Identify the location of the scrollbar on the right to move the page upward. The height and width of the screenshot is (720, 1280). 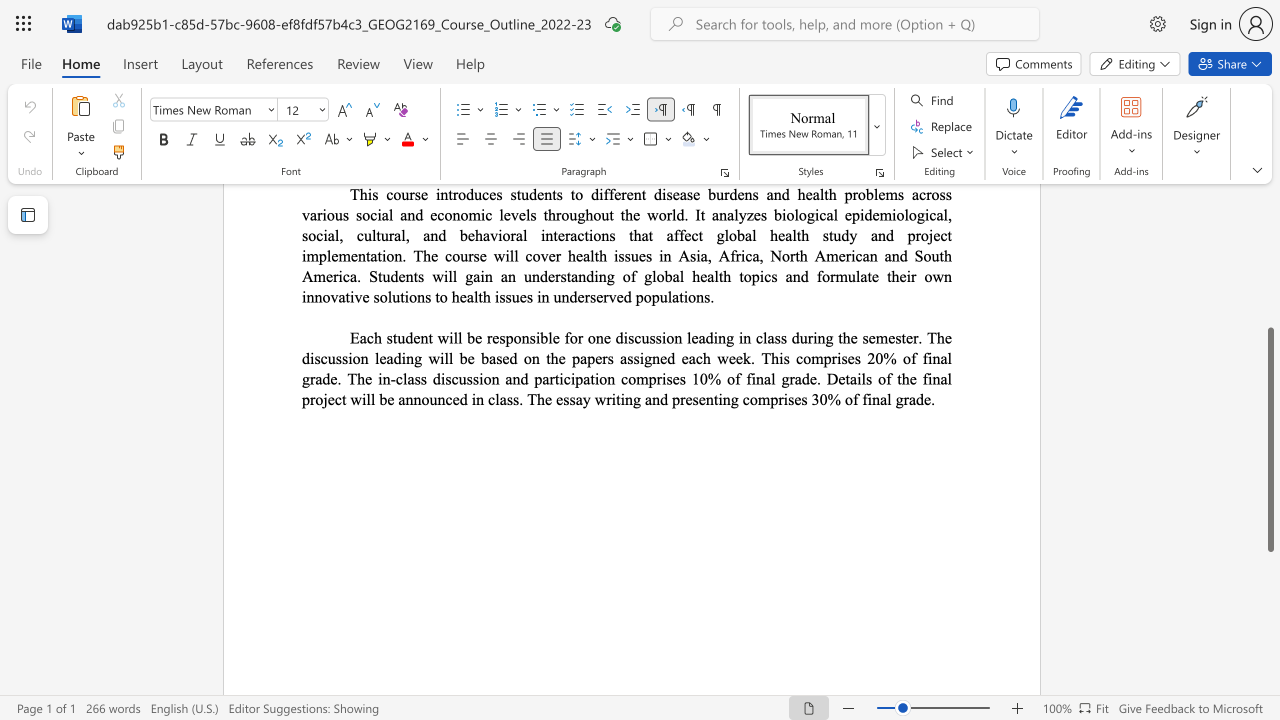
(1269, 310).